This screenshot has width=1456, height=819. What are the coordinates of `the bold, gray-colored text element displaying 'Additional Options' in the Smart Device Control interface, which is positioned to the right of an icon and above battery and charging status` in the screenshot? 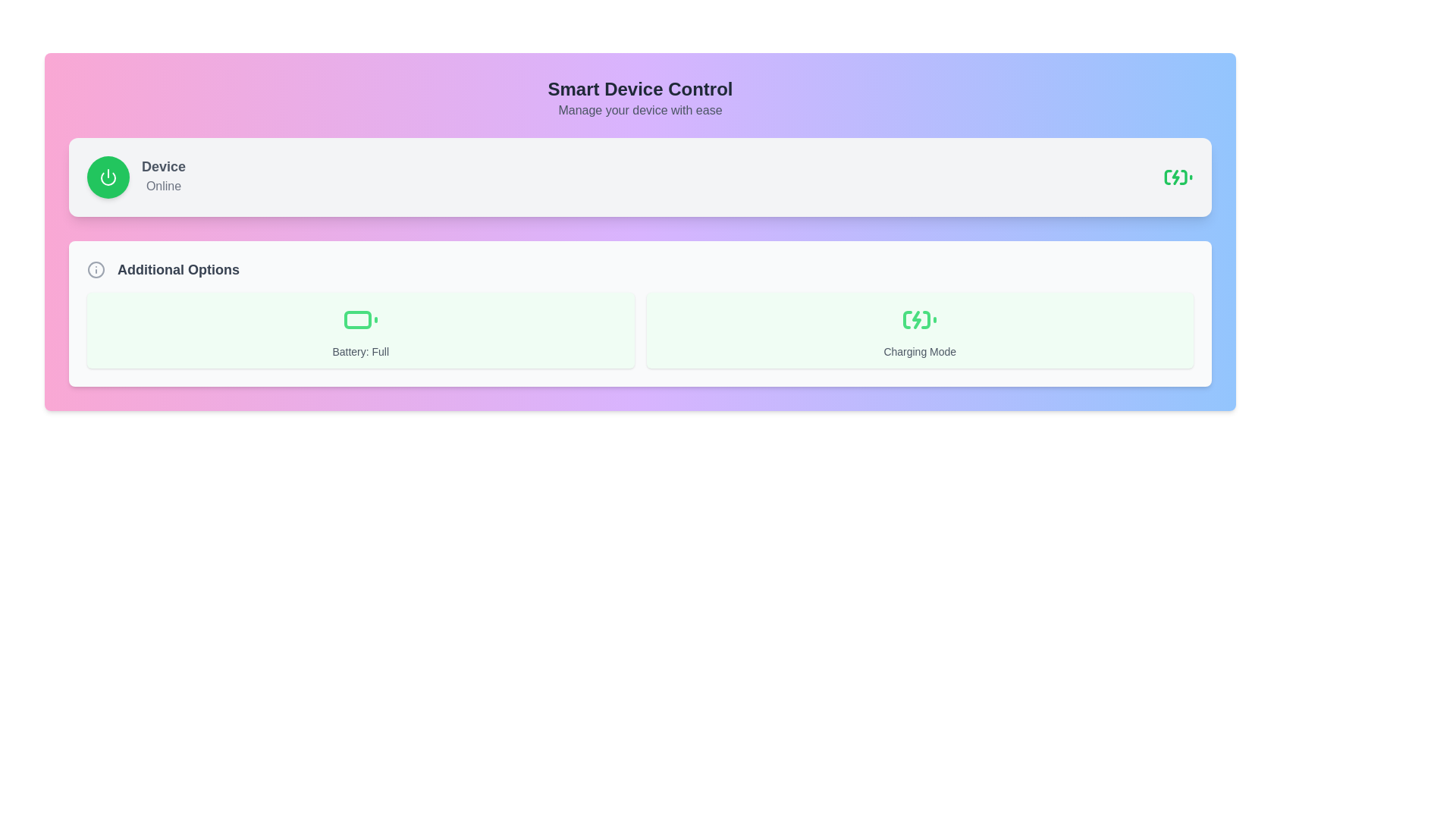 It's located at (178, 268).